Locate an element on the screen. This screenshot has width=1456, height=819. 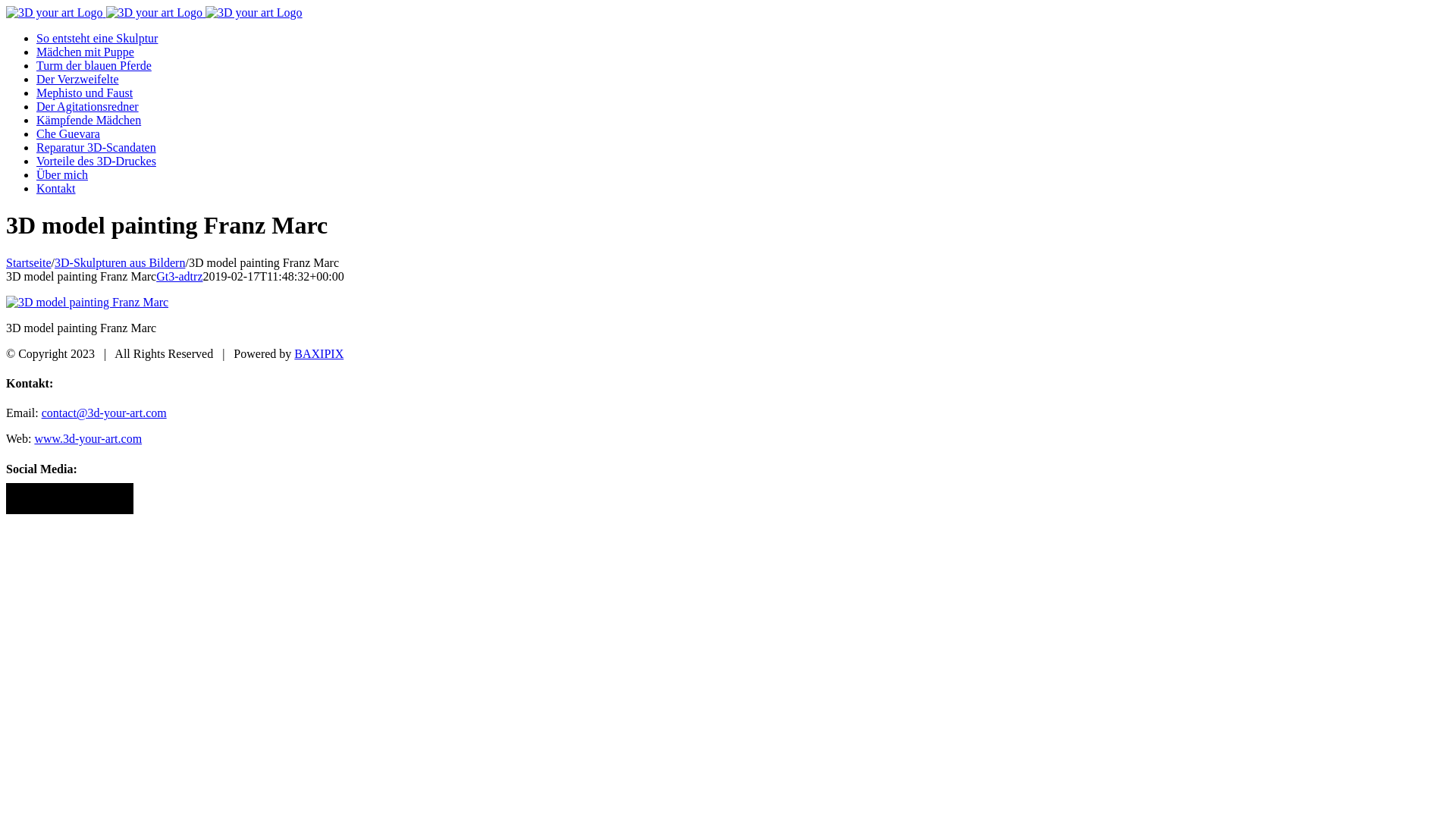
'Mephisto und Faust' is located at coordinates (83, 93).